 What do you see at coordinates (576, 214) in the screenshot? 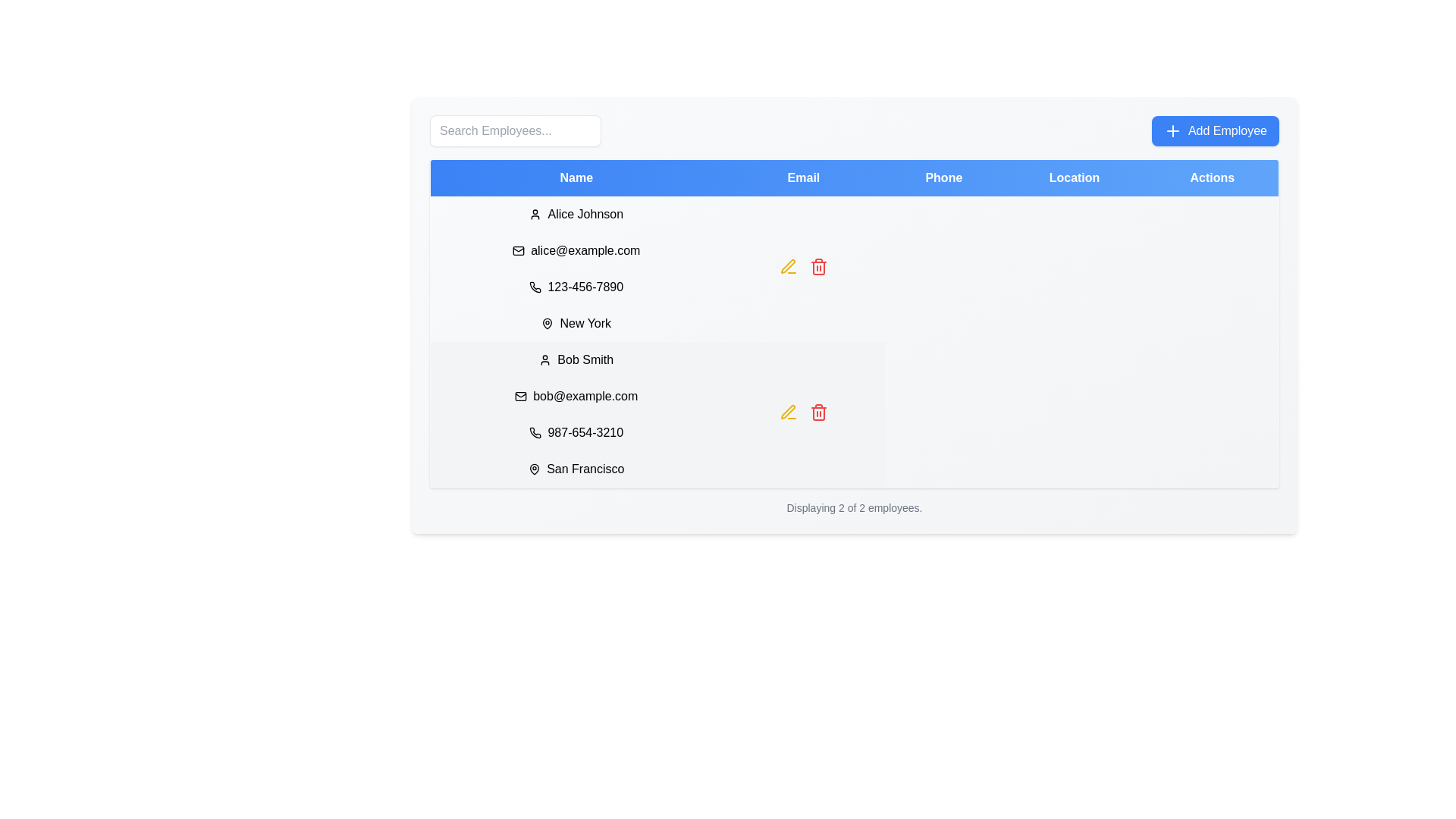
I see `the label displaying 'Alice Johnson' with a user silhouette icon in the 'Name' column of the first row` at bounding box center [576, 214].